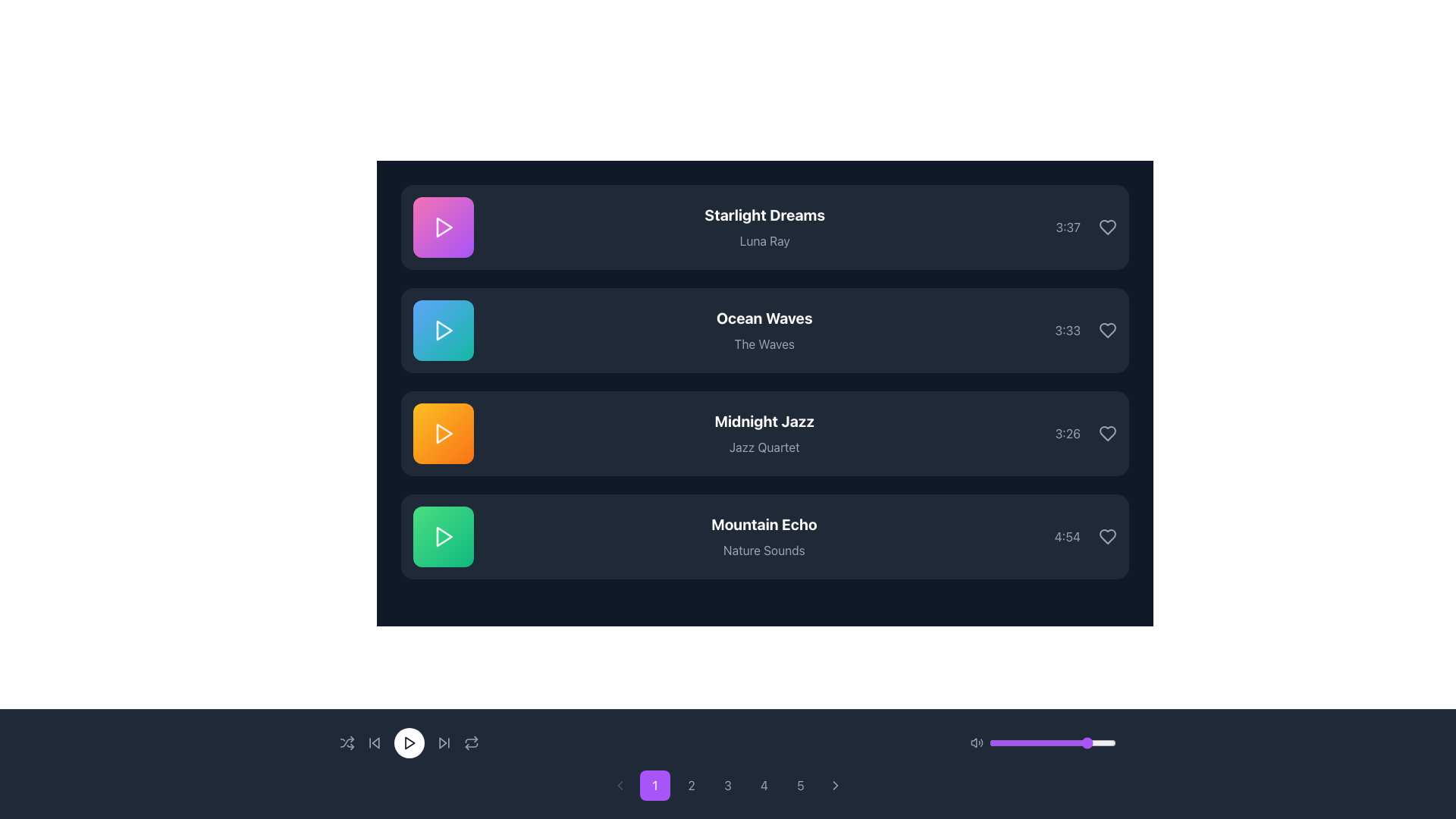 The height and width of the screenshot is (819, 1456). What do you see at coordinates (1029, 742) in the screenshot?
I see `the slider value` at bounding box center [1029, 742].